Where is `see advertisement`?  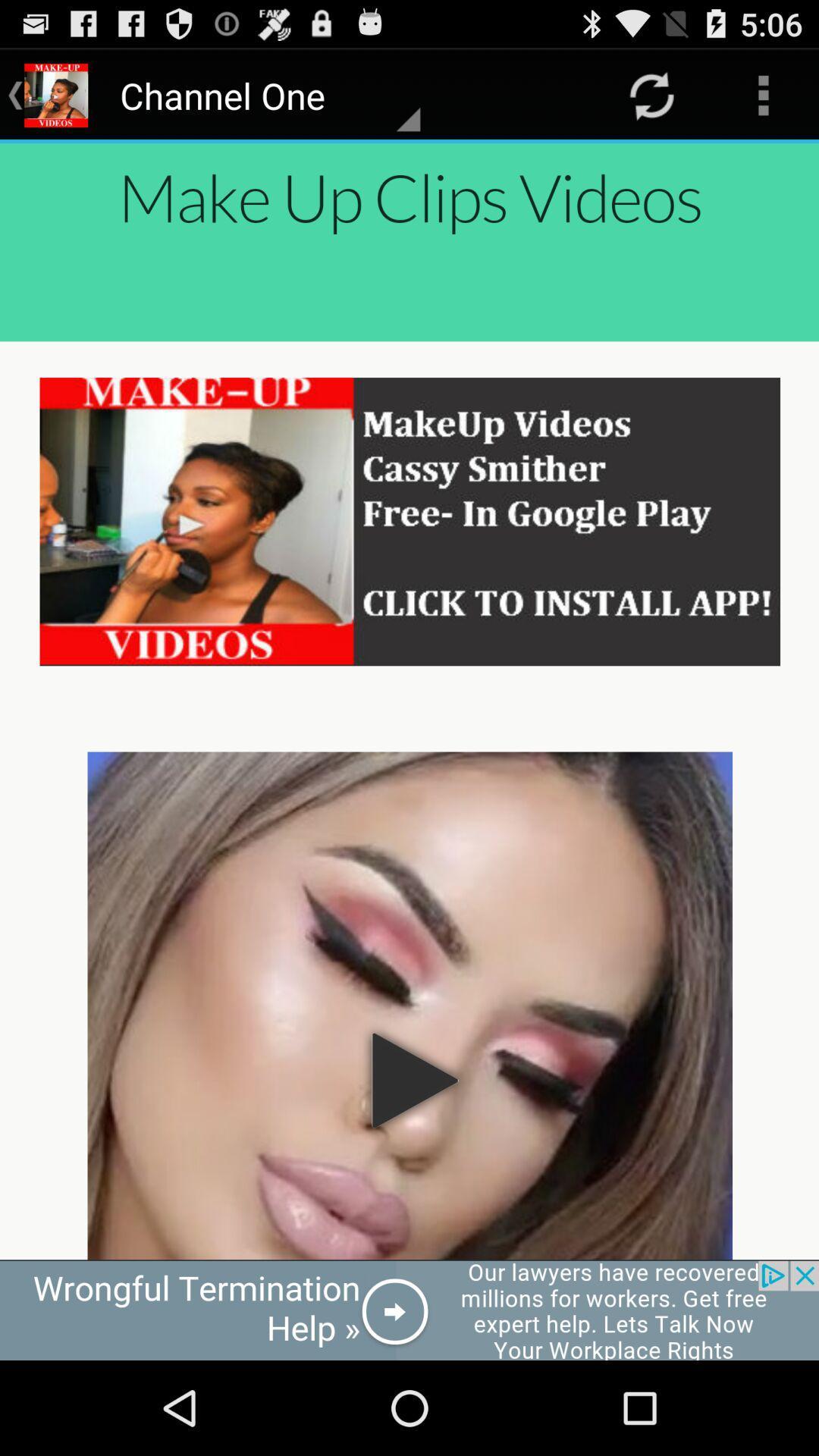
see advertisement is located at coordinates (409, 1310).